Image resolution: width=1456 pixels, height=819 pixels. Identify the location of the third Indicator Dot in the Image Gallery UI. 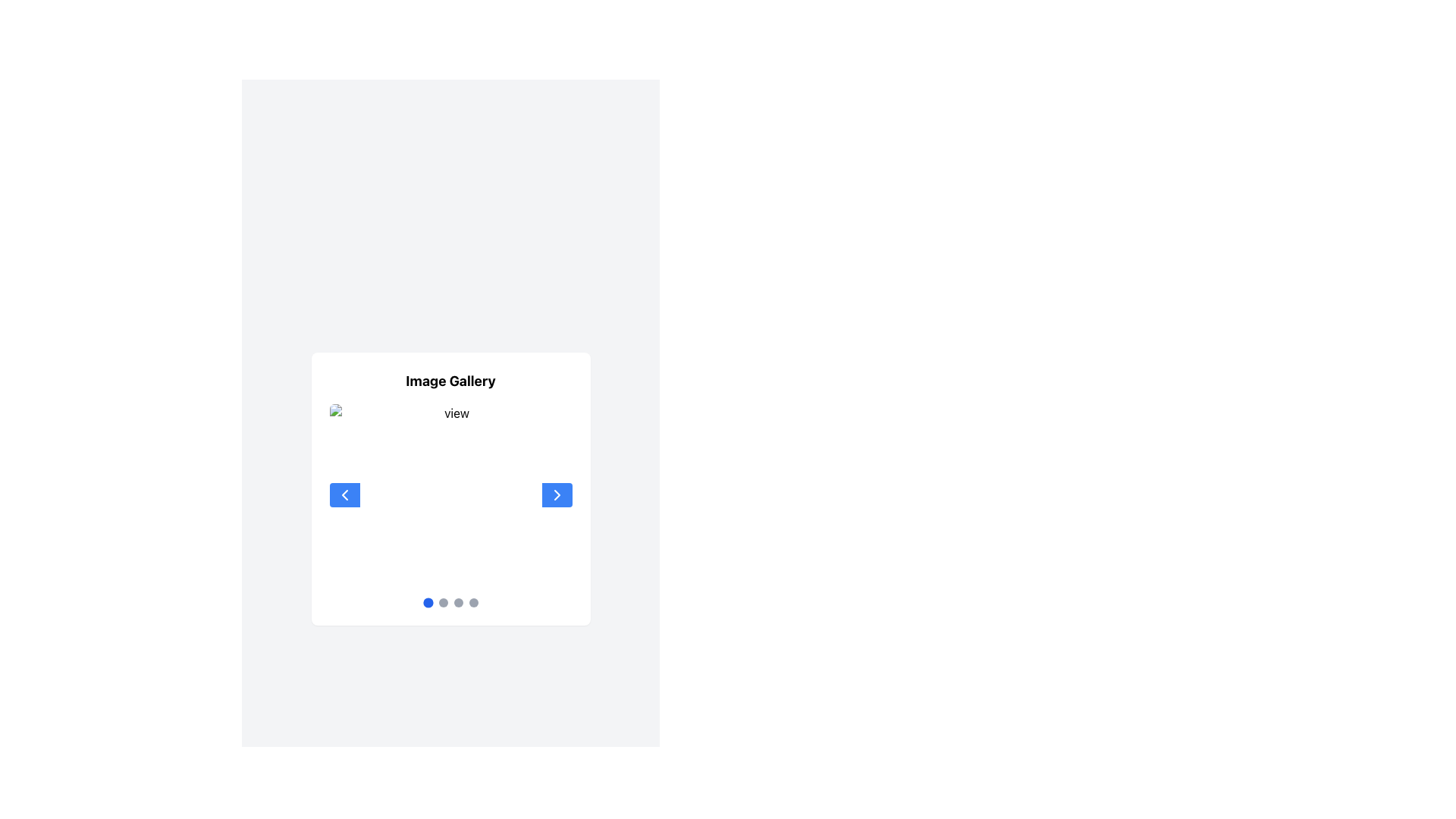
(457, 601).